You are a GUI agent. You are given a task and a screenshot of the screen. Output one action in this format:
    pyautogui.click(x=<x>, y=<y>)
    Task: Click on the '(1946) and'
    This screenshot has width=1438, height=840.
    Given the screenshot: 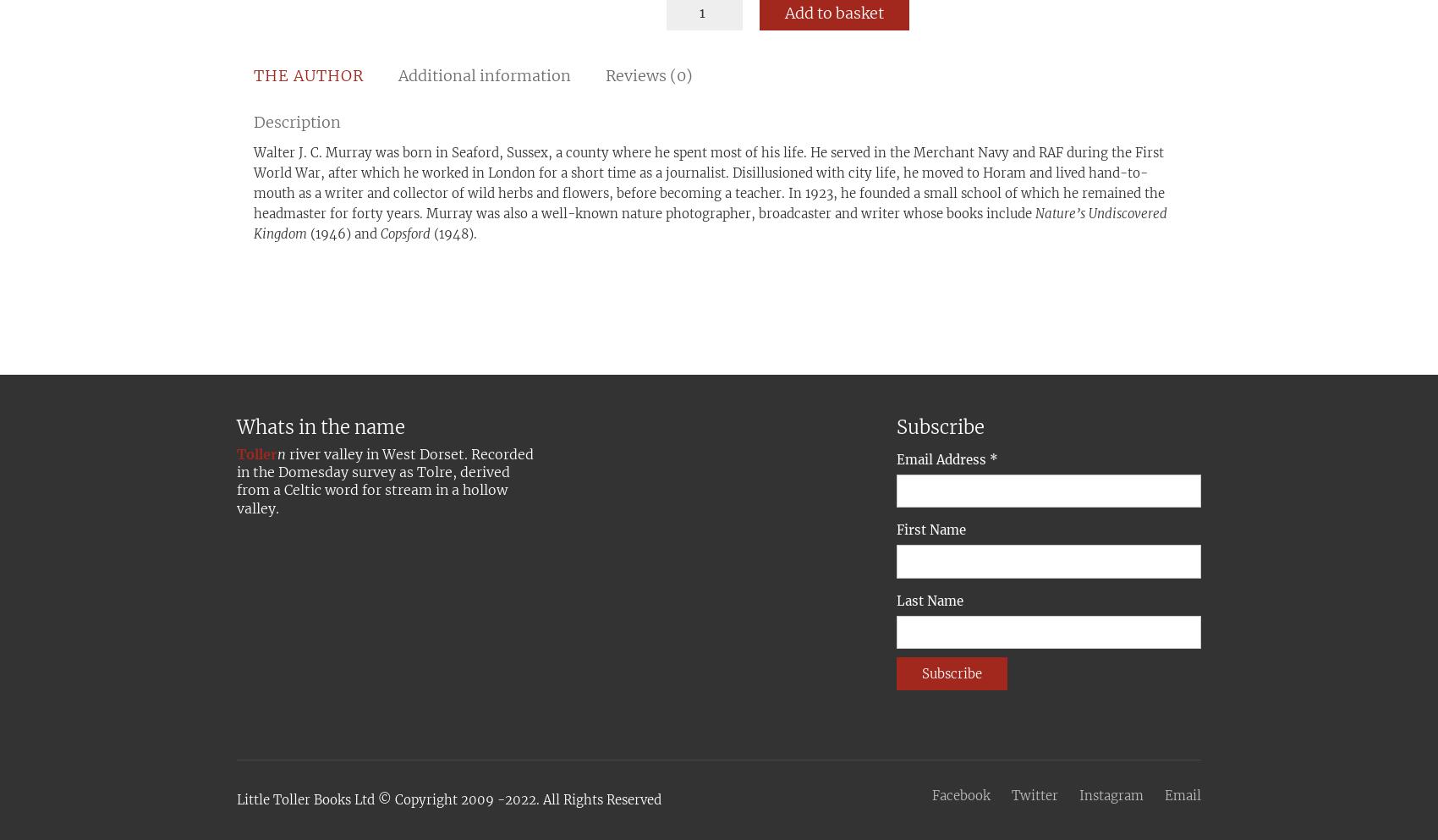 What is the action you would take?
    pyautogui.click(x=343, y=233)
    